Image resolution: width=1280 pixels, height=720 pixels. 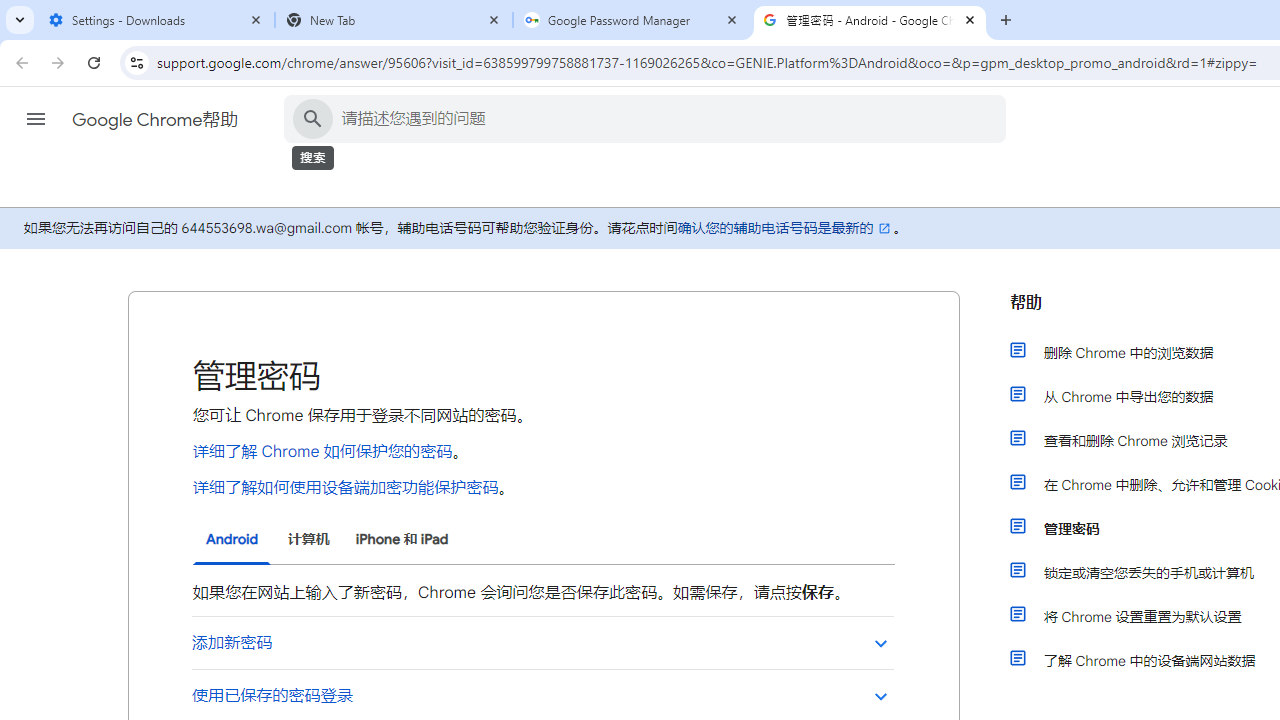 What do you see at coordinates (394, 20) in the screenshot?
I see `'New Tab'` at bounding box center [394, 20].